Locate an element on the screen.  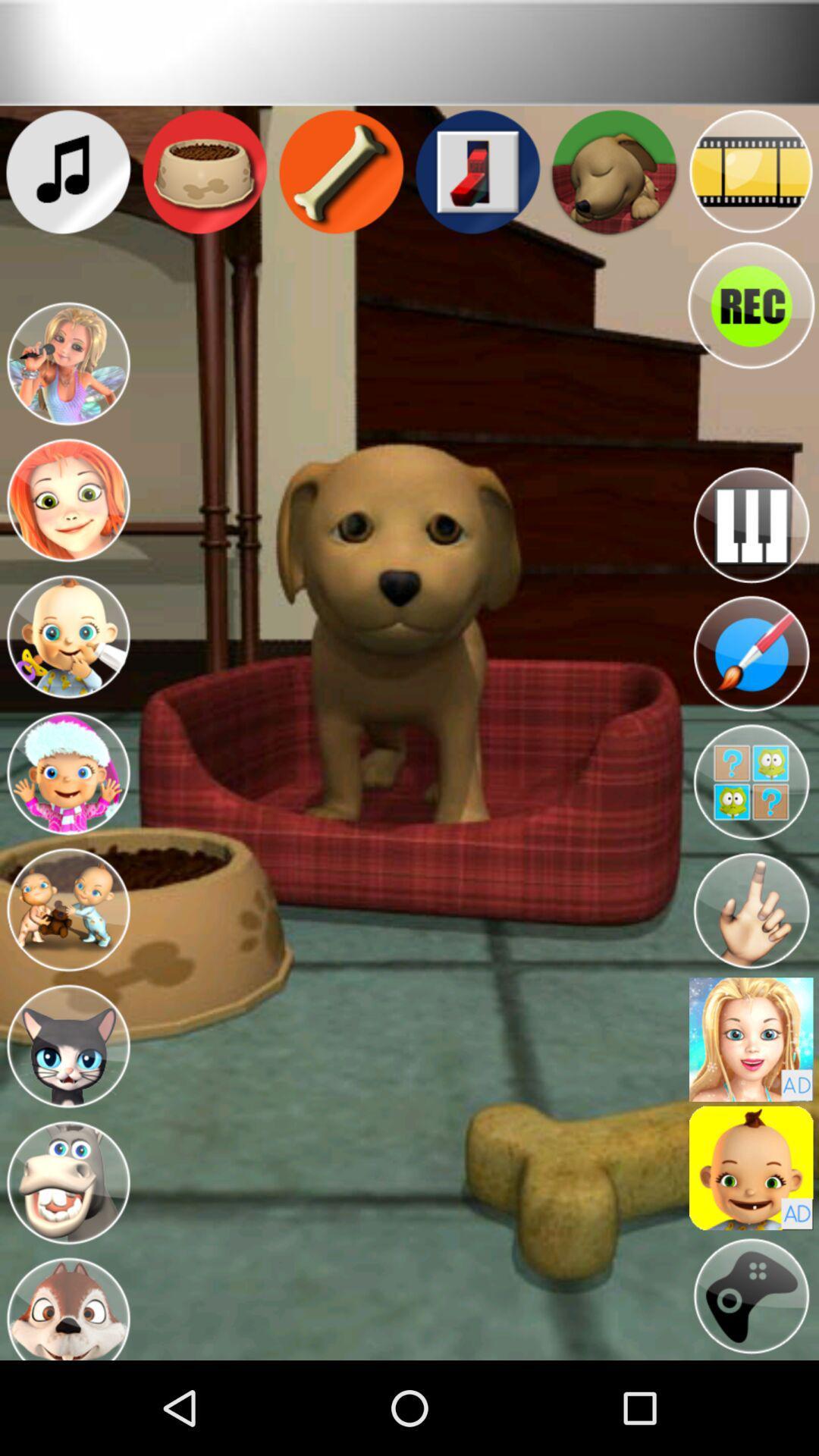
chanch phontoes is located at coordinates (751, 1039).